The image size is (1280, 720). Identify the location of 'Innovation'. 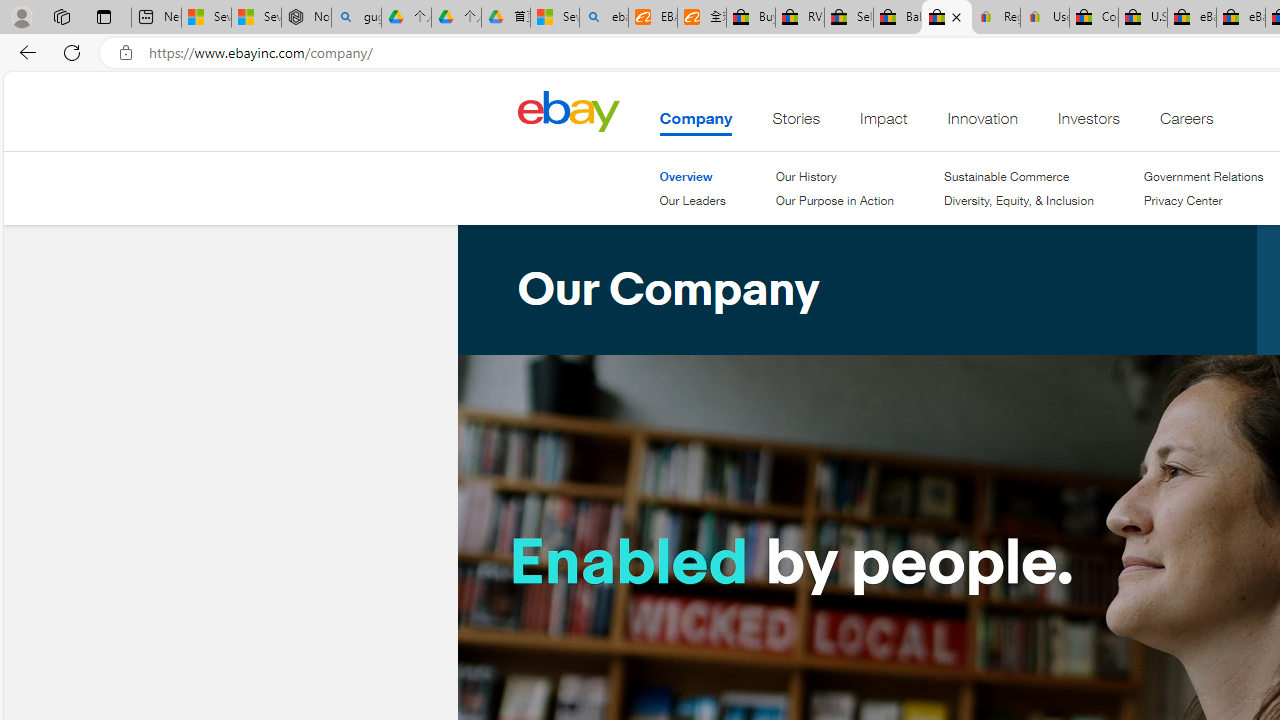
(983, 123).